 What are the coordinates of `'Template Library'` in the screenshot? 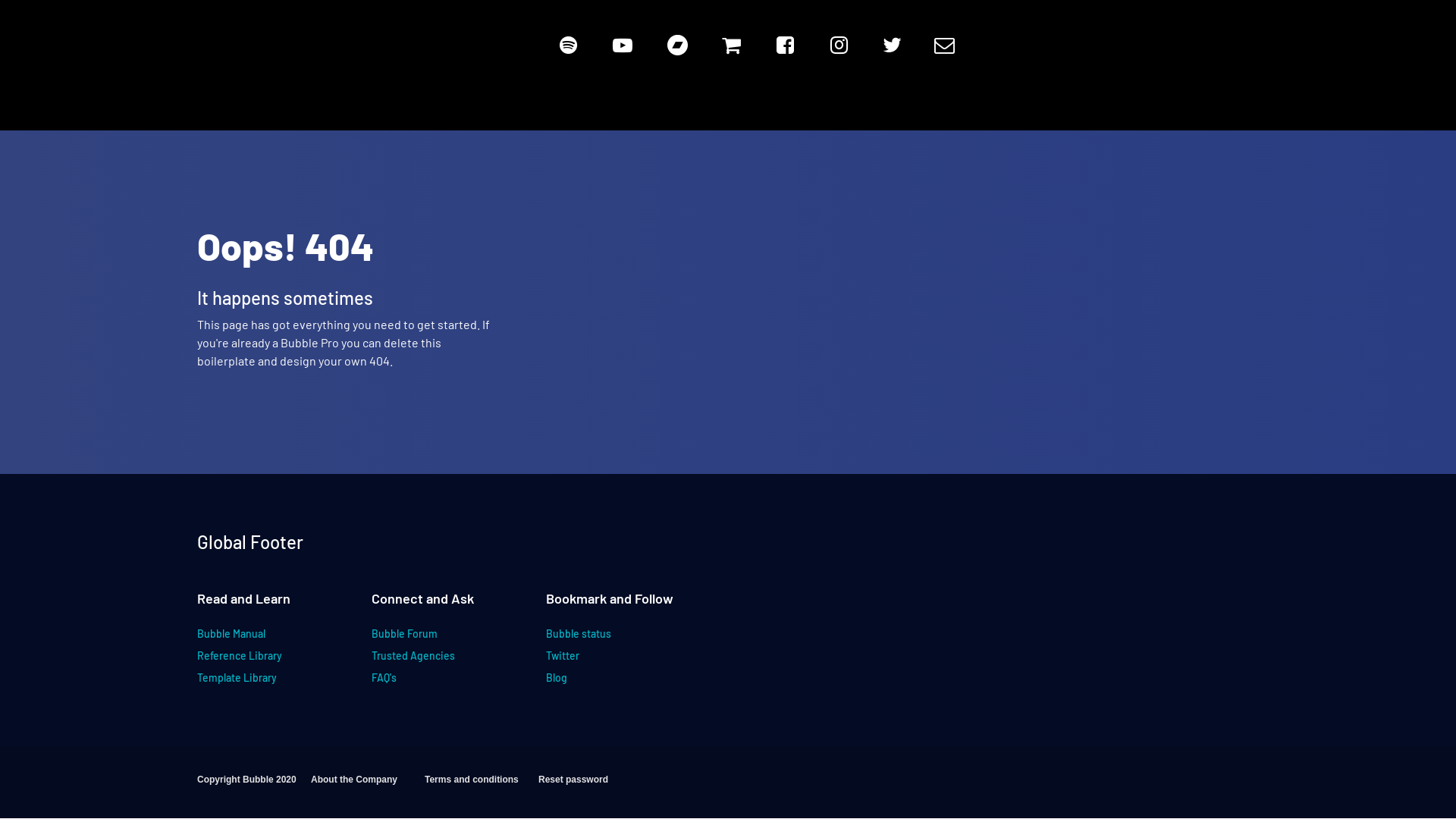 It's located at (254, 683).